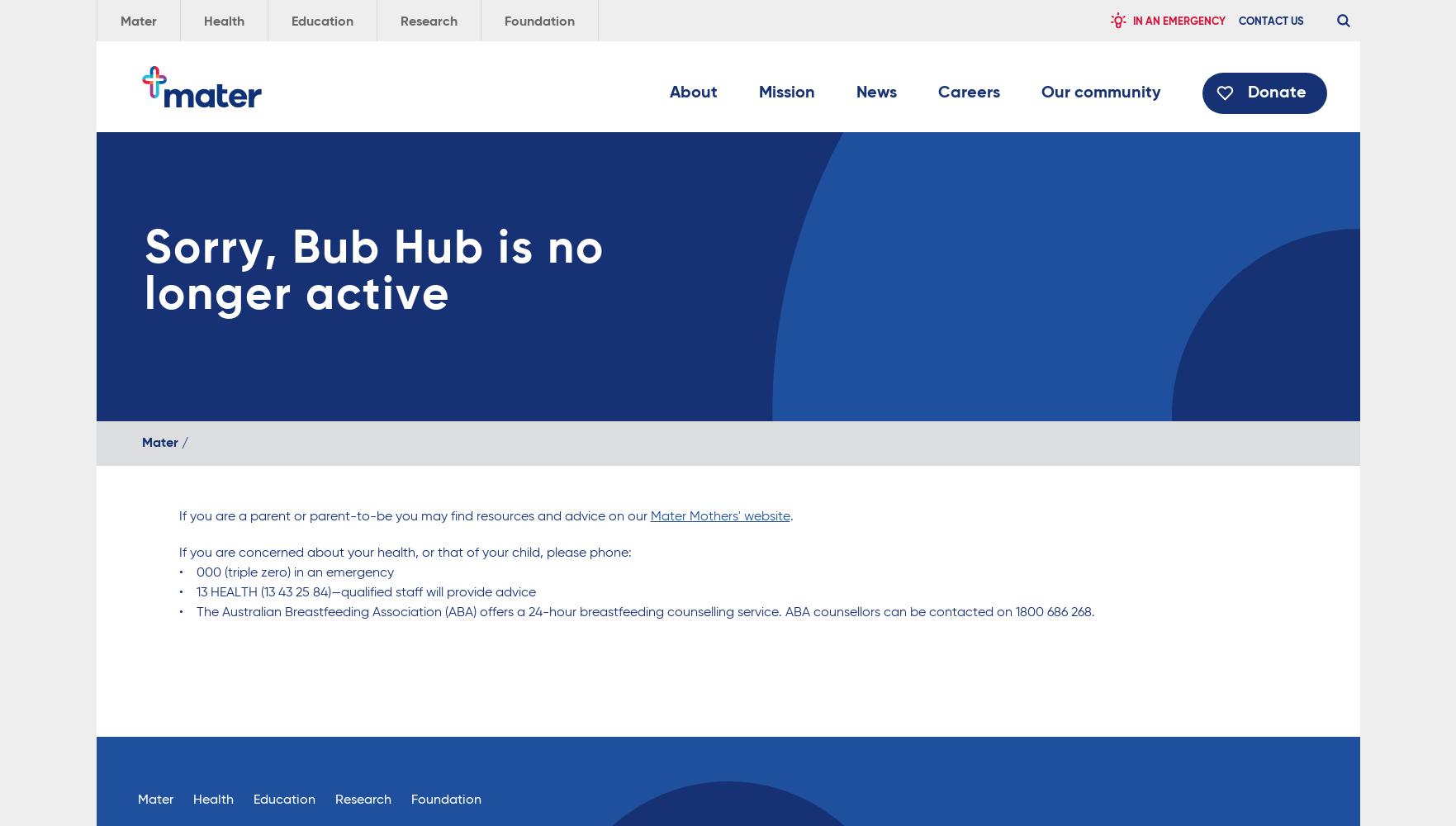  Describe the element at coordinates (1275, 93) in the screenshot. I see `'Donate'` at that location.